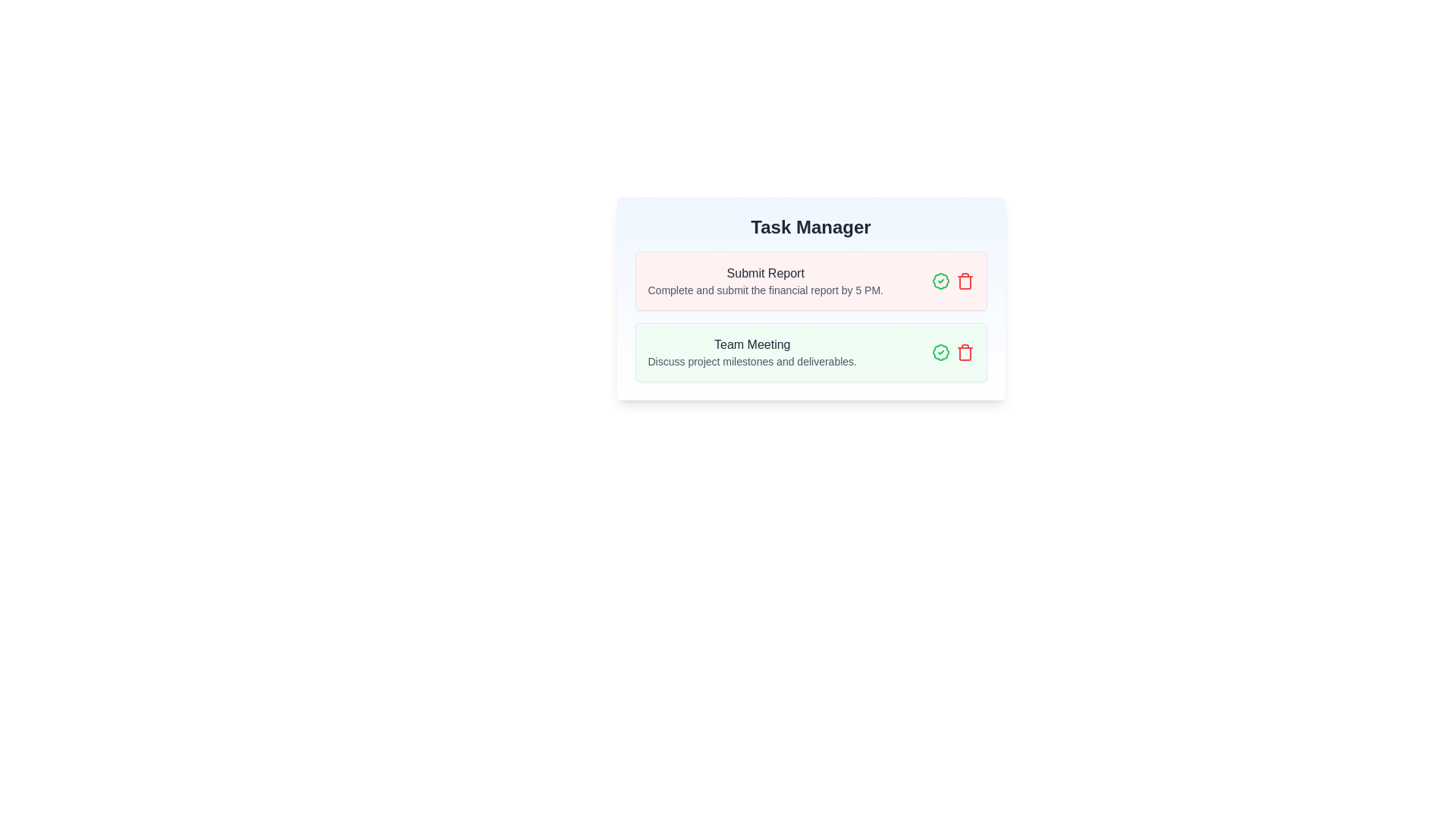 Image resolution: width=1456 pixels, height=819 pixels. Describe the element at coordinates (752, 345) in the screenshot. I see `the 'Team Meeting' text label, which is a prominent heading in the Task Manager interface, located at the center of its section` at that location.